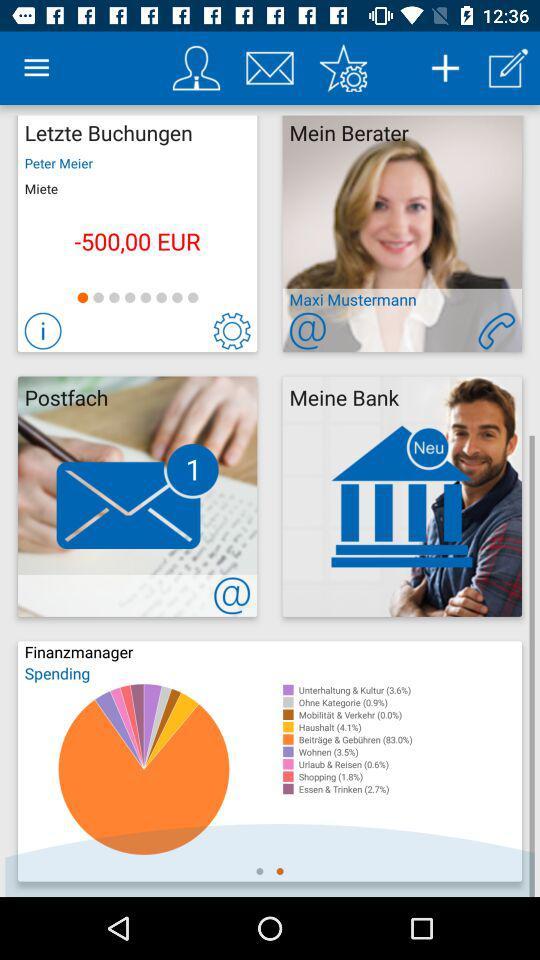 The image size is (540, 960). Describe the element at coordinates (231, 595) in the screenshot. I see `contact us` at that location.